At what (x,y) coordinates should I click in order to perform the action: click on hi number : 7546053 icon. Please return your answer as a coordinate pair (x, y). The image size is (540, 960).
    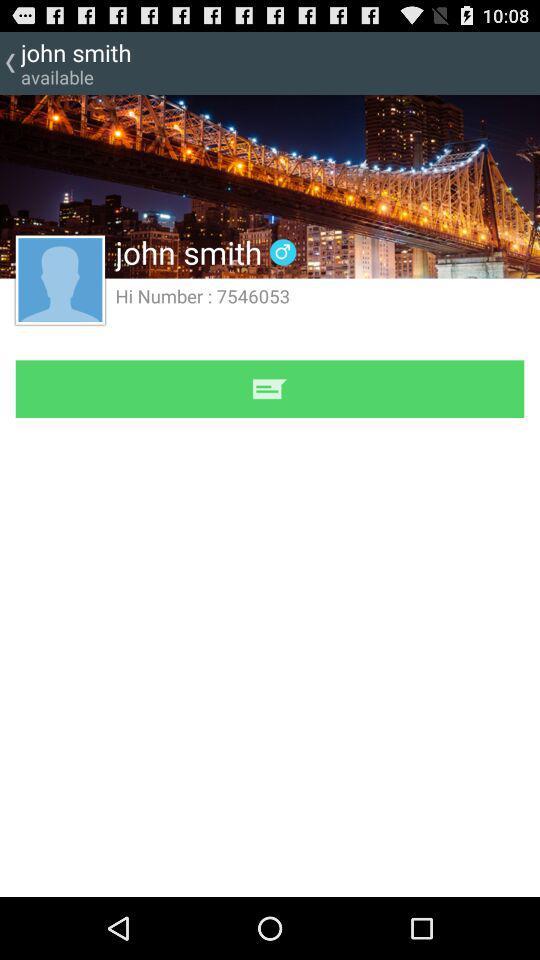
    Looking at the image, I should click on (202, 294).